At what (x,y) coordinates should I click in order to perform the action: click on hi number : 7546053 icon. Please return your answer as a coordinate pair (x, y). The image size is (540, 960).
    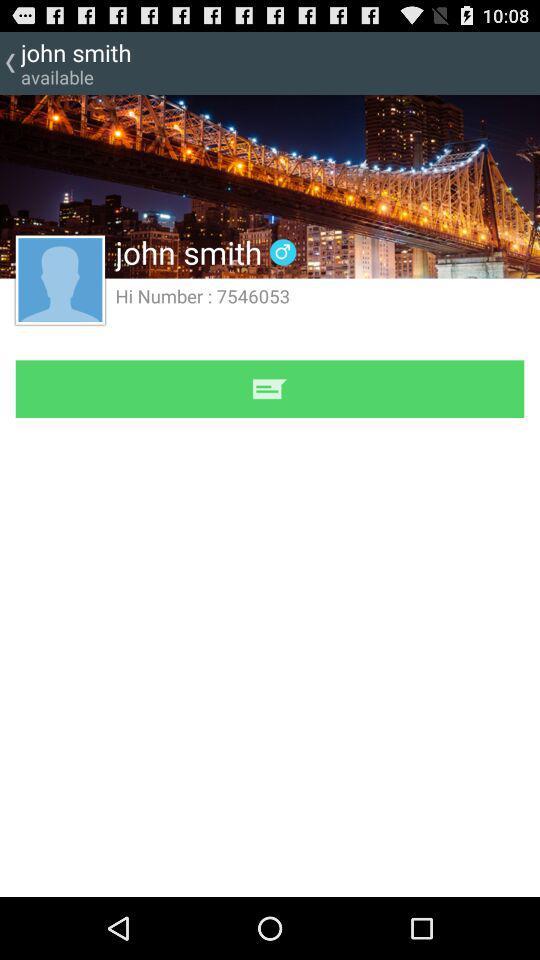
    Looking at the image, I should click on (202, 294).